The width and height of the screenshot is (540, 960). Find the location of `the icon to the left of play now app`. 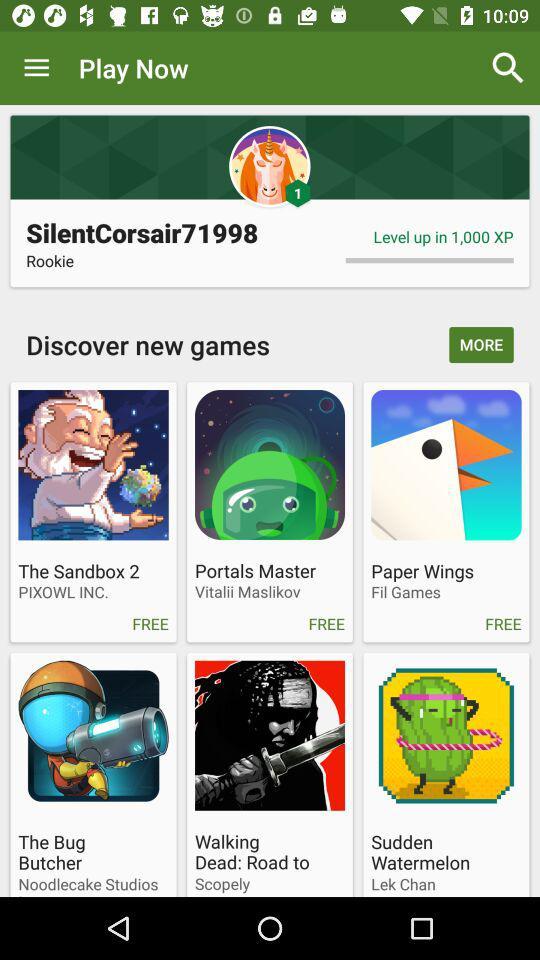

the icon to the left of play now app is located at coordinates (36, 68).